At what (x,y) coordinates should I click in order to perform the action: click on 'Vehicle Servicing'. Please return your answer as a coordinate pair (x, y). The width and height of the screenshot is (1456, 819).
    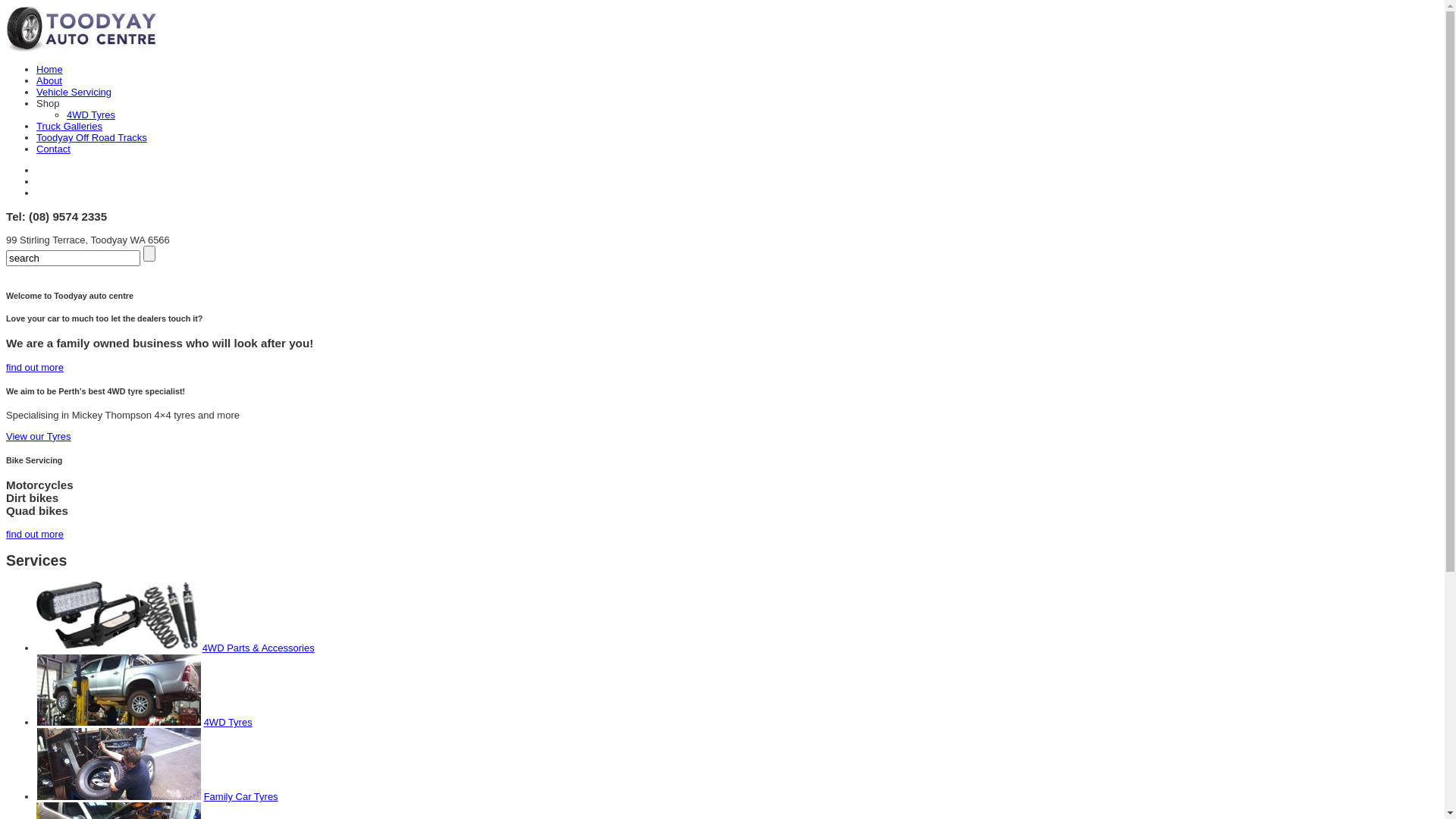
    Looking at the image, I should click on (73, 92).